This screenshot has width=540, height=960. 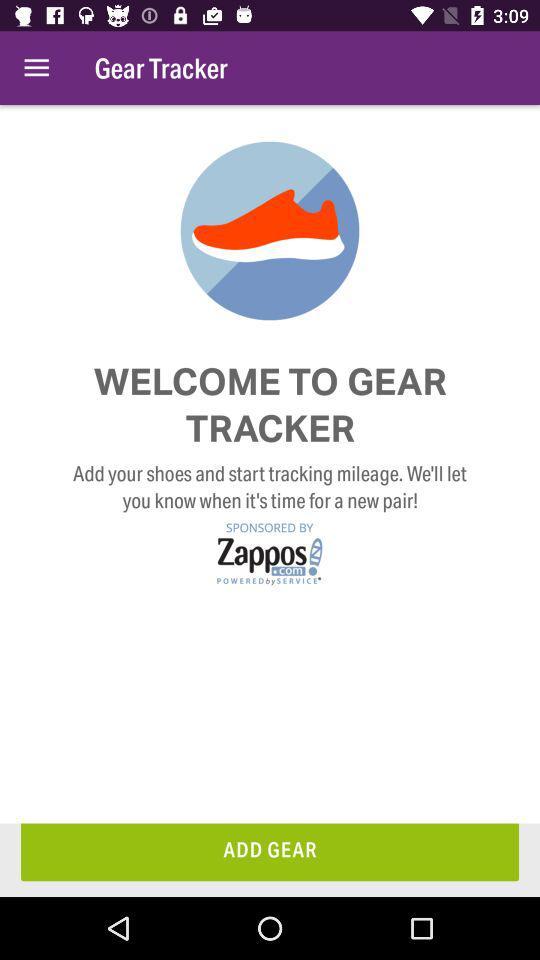 I want to click on the icon to the left of gear tracker, so click(x=36, y=68).